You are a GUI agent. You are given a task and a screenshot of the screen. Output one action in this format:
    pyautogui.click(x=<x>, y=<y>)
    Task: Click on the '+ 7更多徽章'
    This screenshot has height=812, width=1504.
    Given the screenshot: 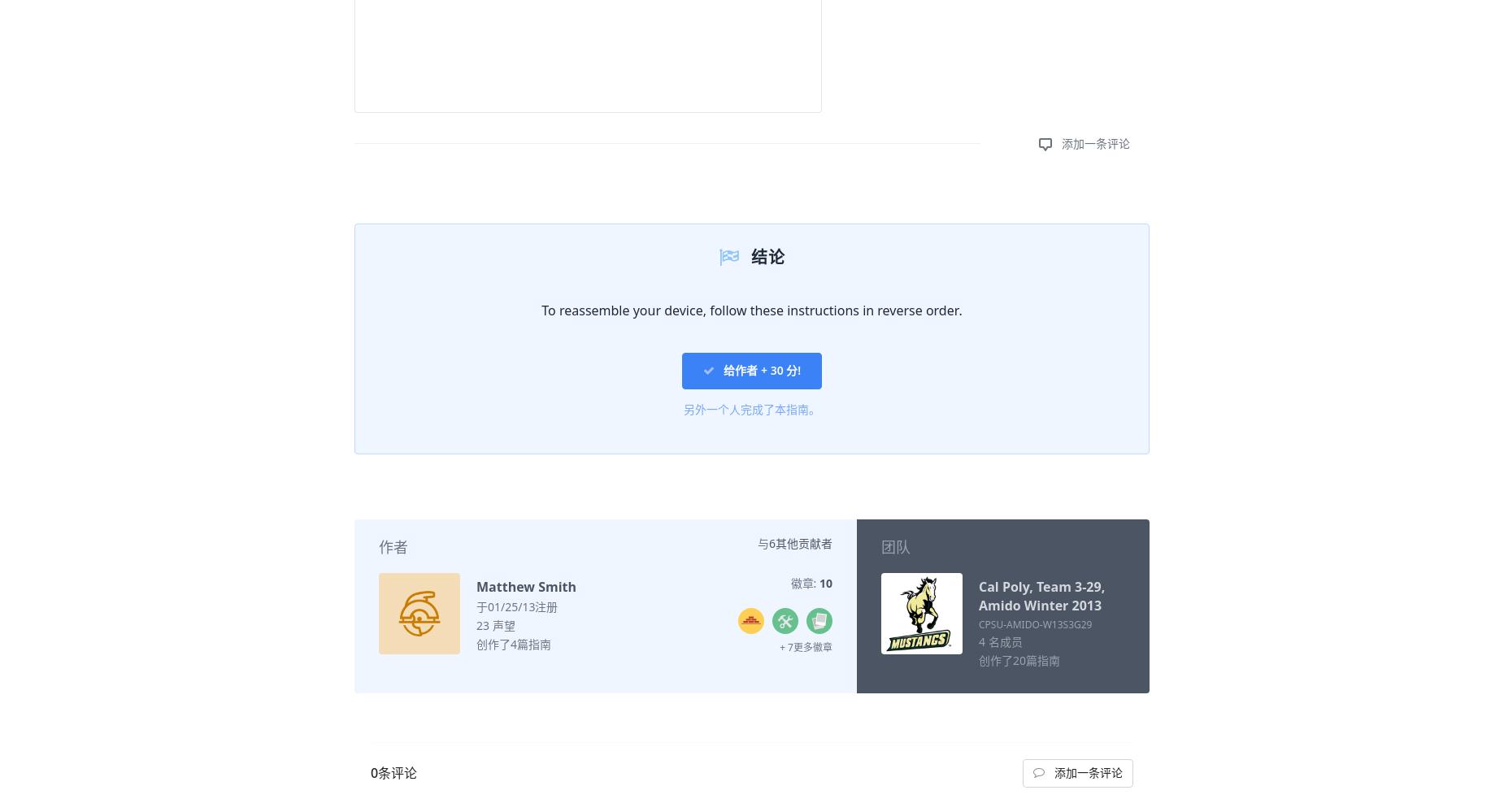 What is the action you would take?
    pyautogui.click(x=805, y=646)
    